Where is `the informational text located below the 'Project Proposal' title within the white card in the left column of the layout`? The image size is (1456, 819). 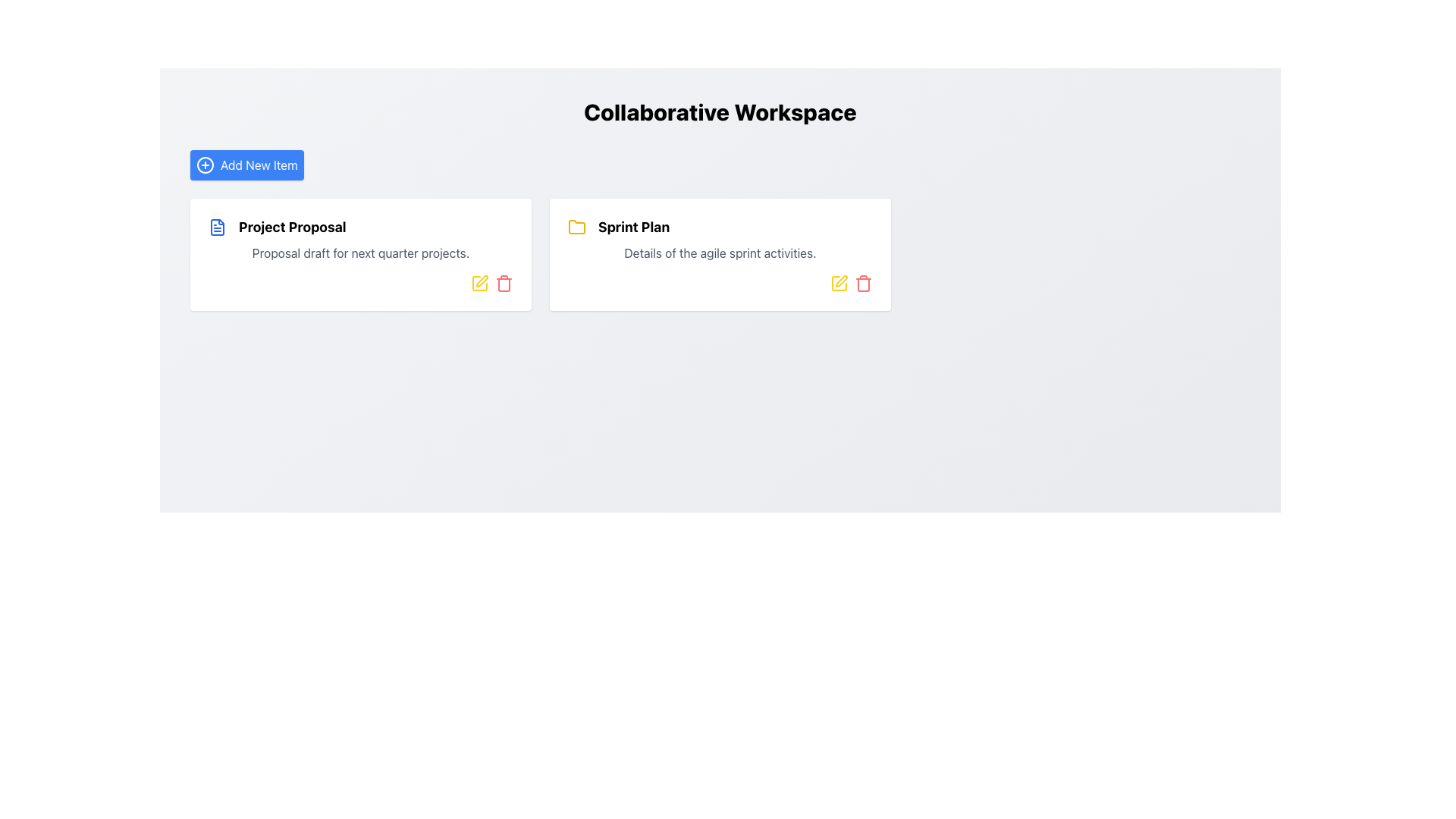
the informational text located below the 'Project Proposal' title within the white card in the left column of the layout is located at coordinates (359, 253).